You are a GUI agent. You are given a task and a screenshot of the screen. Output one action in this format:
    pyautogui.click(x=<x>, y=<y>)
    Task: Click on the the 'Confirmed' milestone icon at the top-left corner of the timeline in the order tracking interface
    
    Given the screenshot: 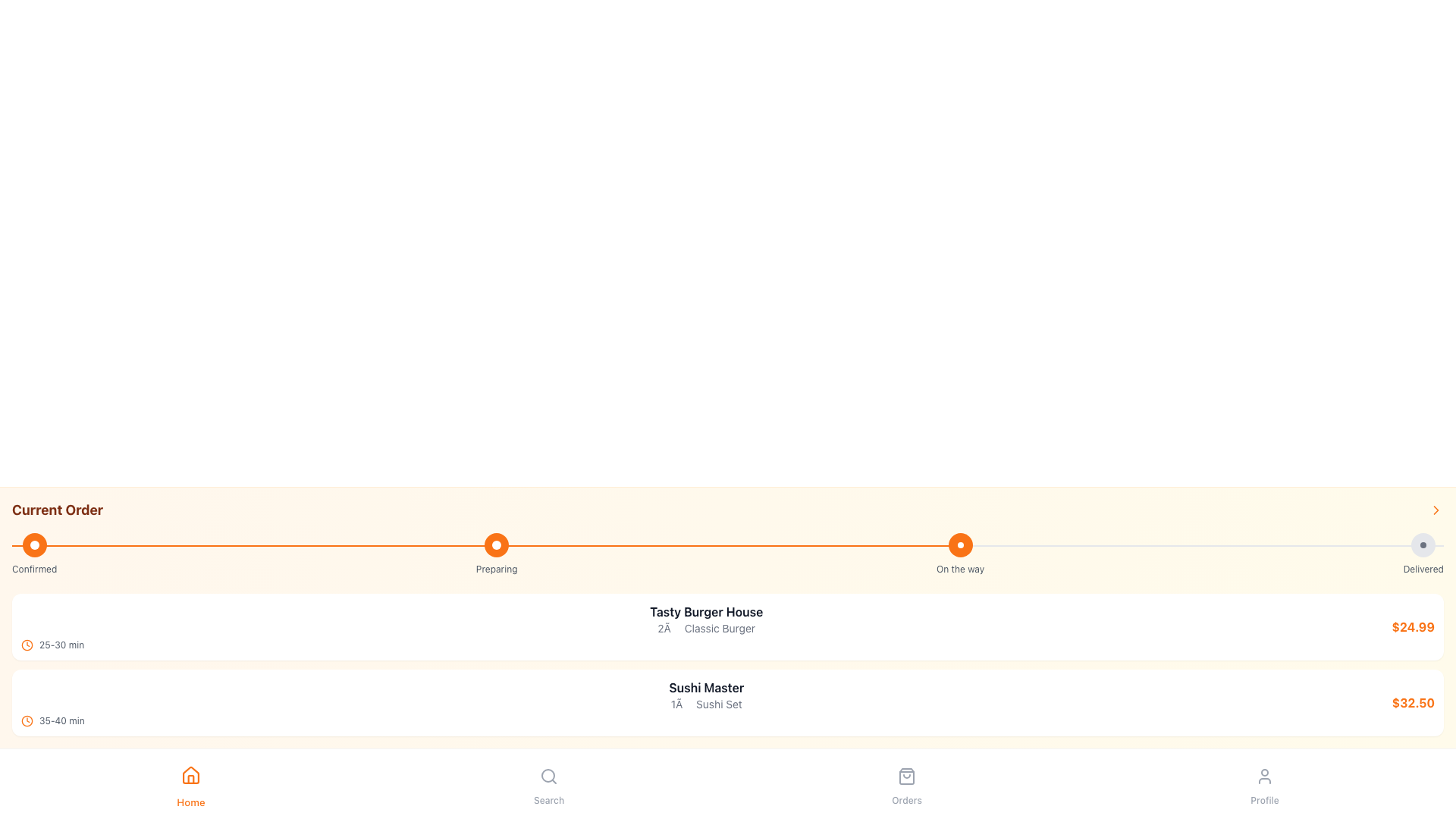 What is the action you would take?
    pyautogui.click(x=34, y=544)
    